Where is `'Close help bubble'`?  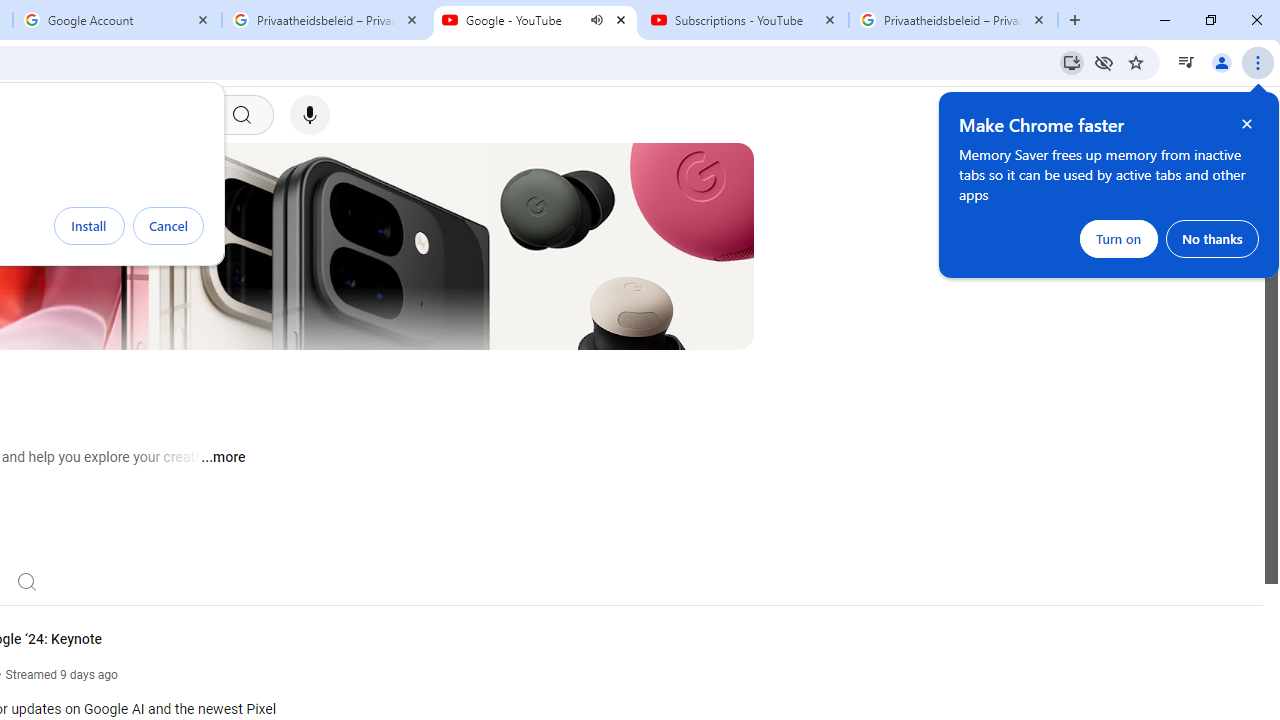
'Close help bubble' is located at coordinates (1246, 124).